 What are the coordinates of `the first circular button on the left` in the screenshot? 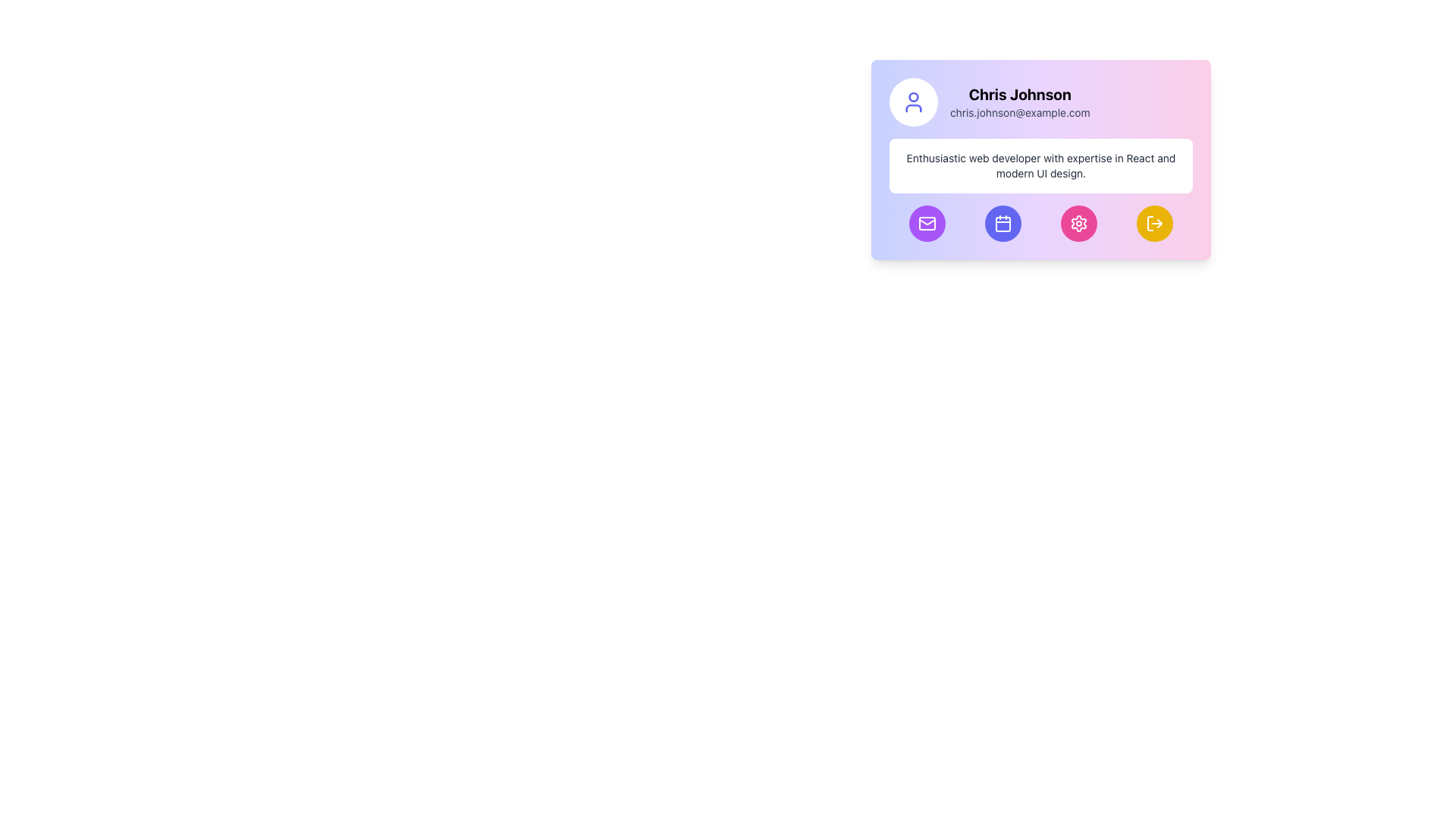 It's located at (927, 223).